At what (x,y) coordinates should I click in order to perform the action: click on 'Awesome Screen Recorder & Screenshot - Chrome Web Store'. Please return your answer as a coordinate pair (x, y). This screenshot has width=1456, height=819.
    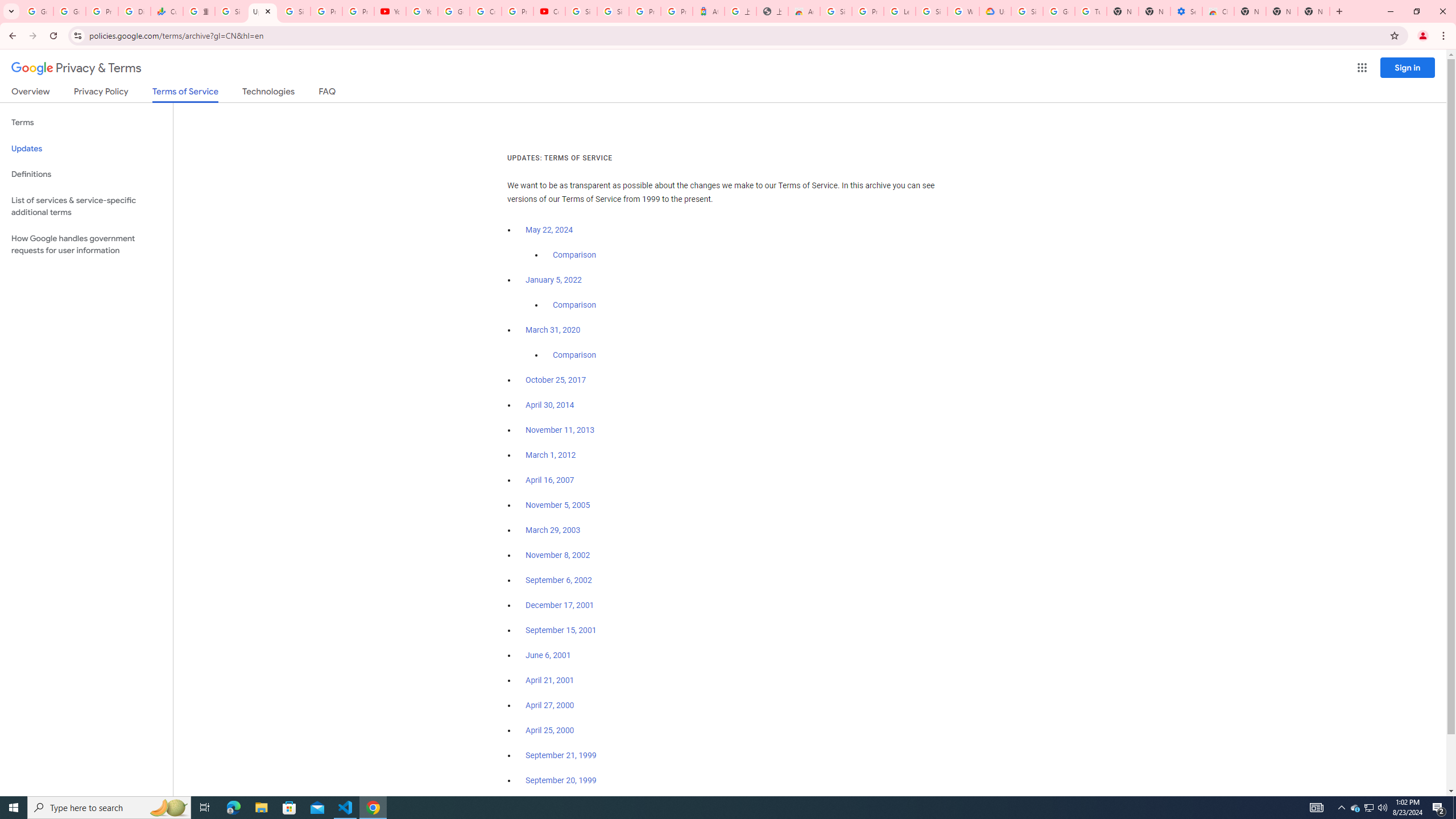
    Looking at the image, I should click on (804, 11).